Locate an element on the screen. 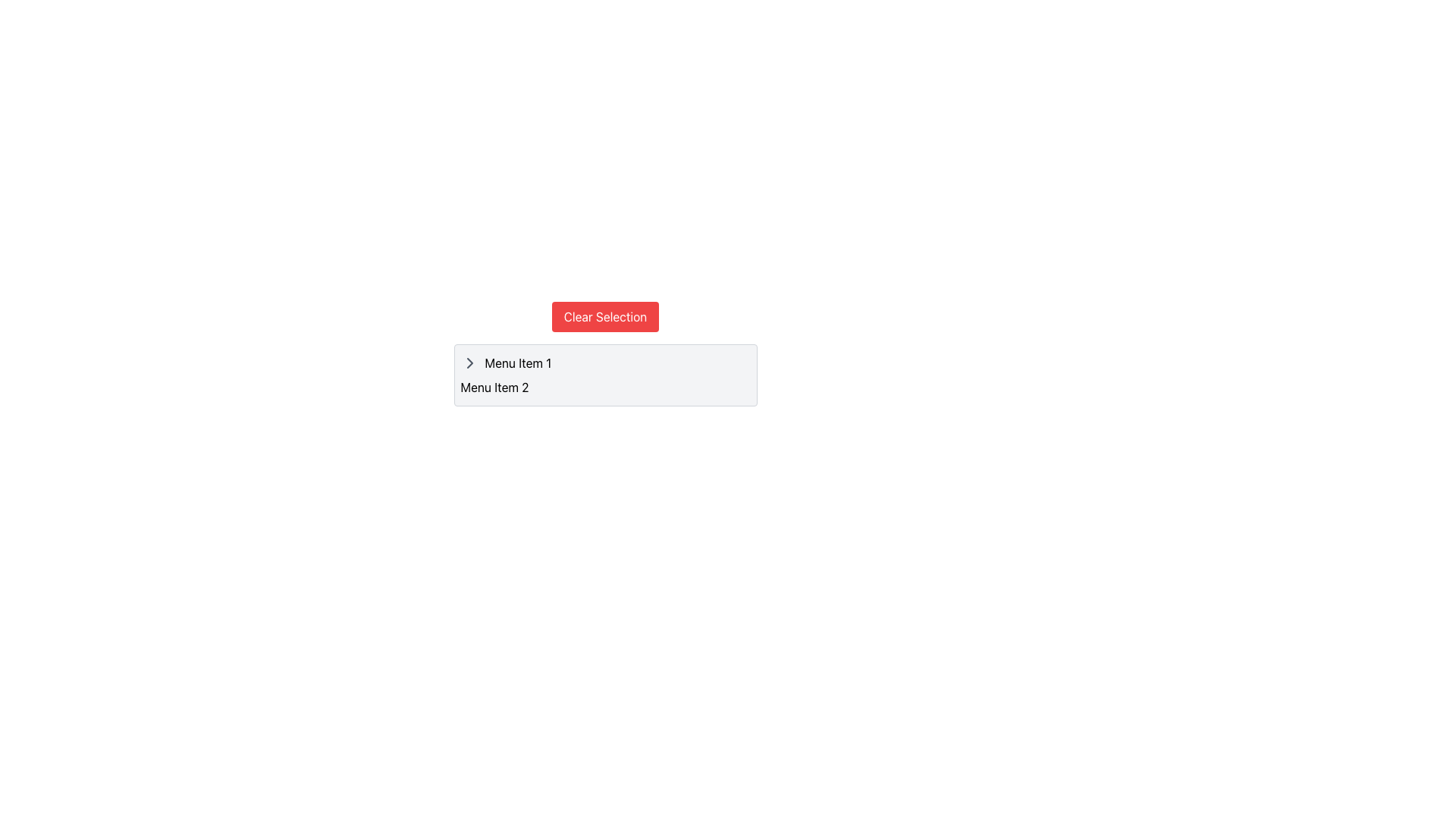  the textual menu item labeled 'Menu Item 2' is located at coordinates (604, 386).